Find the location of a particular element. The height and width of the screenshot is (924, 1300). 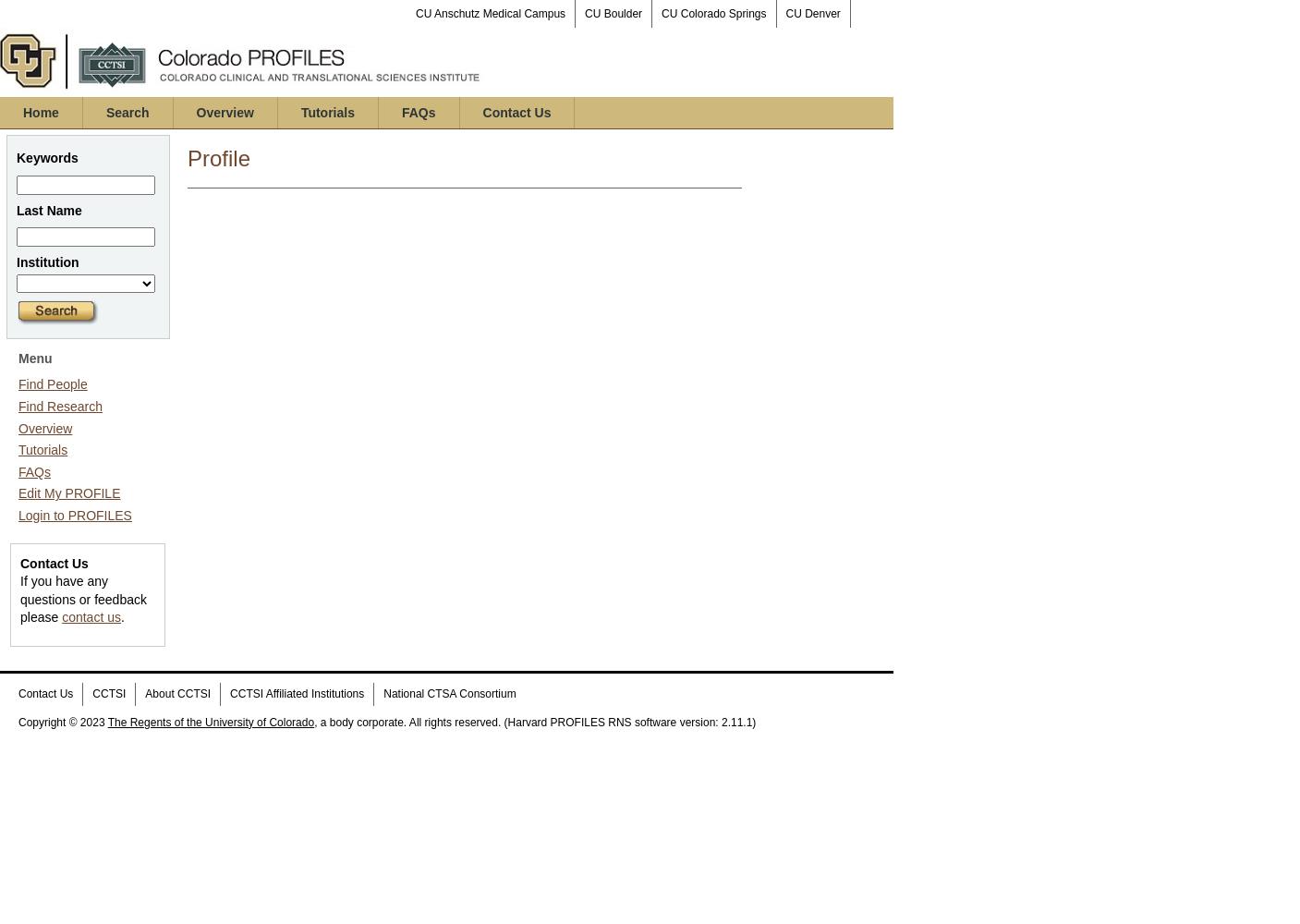

'About CCTSI' is located at coordinates (177, 693).